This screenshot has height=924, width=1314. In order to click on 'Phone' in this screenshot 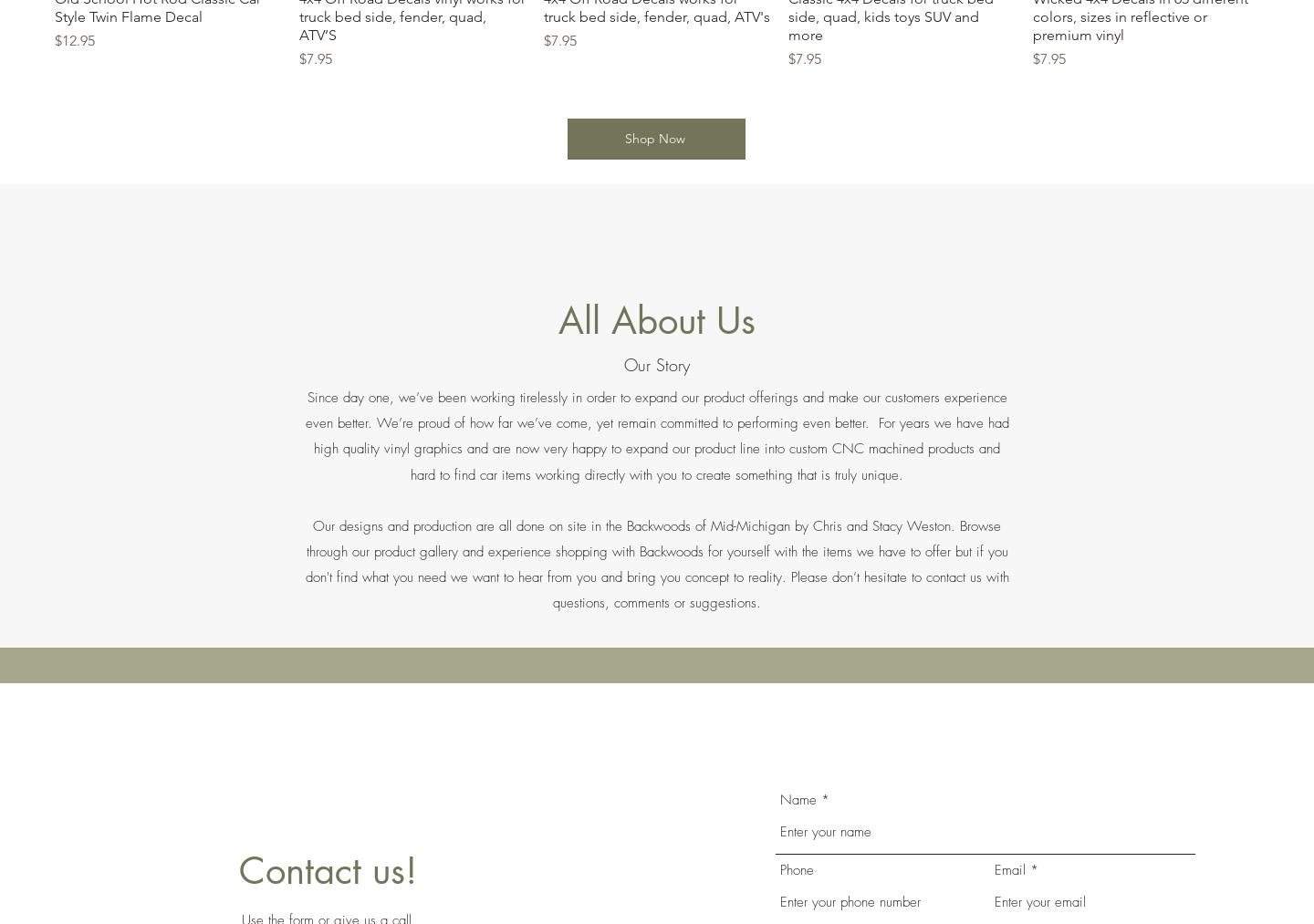, I will do `click(796, 870)`.